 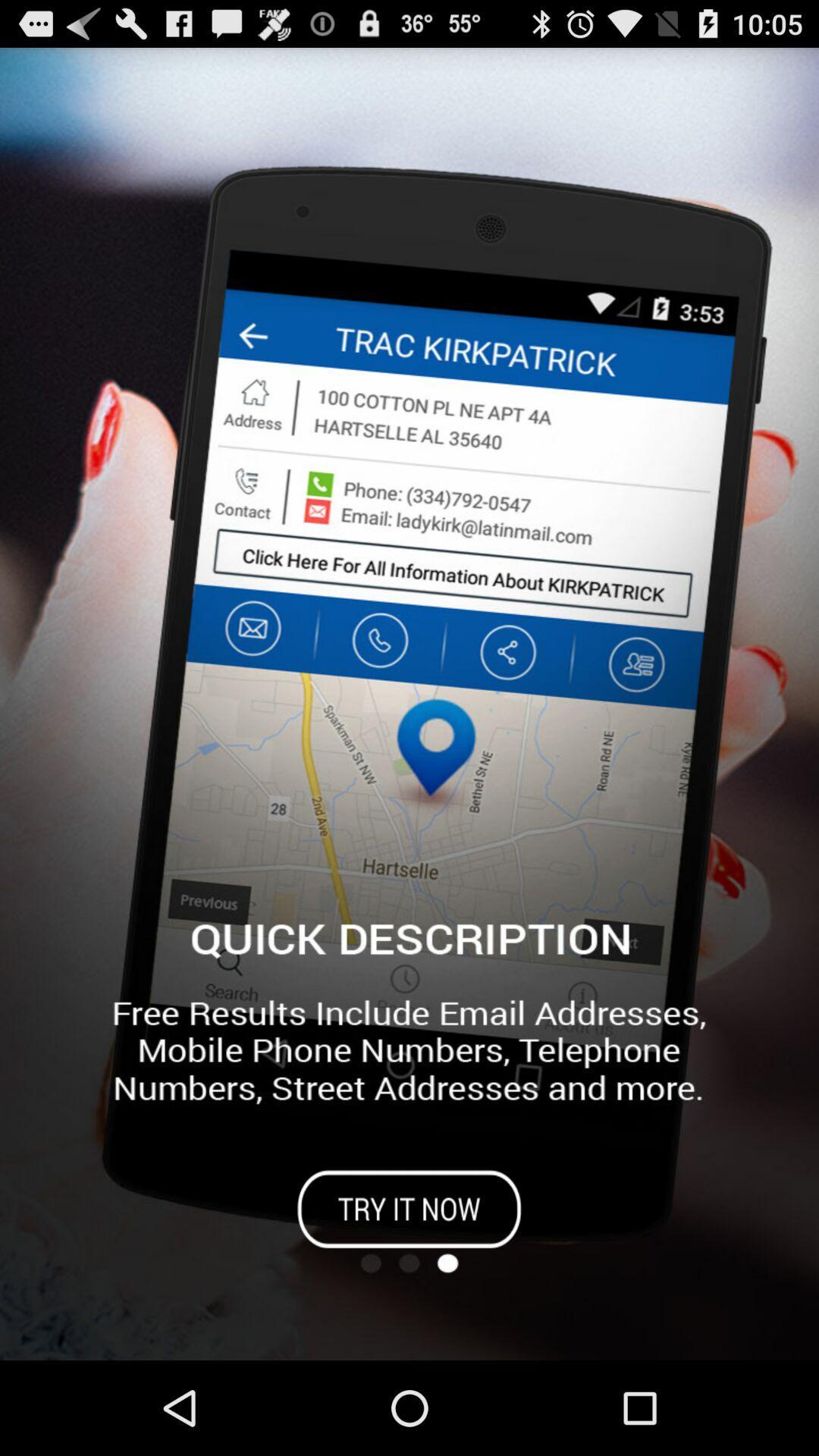 What do you see at coordinates (409, 1208) in the screenshot?
I see `button` at bounding box center [409, 1208].